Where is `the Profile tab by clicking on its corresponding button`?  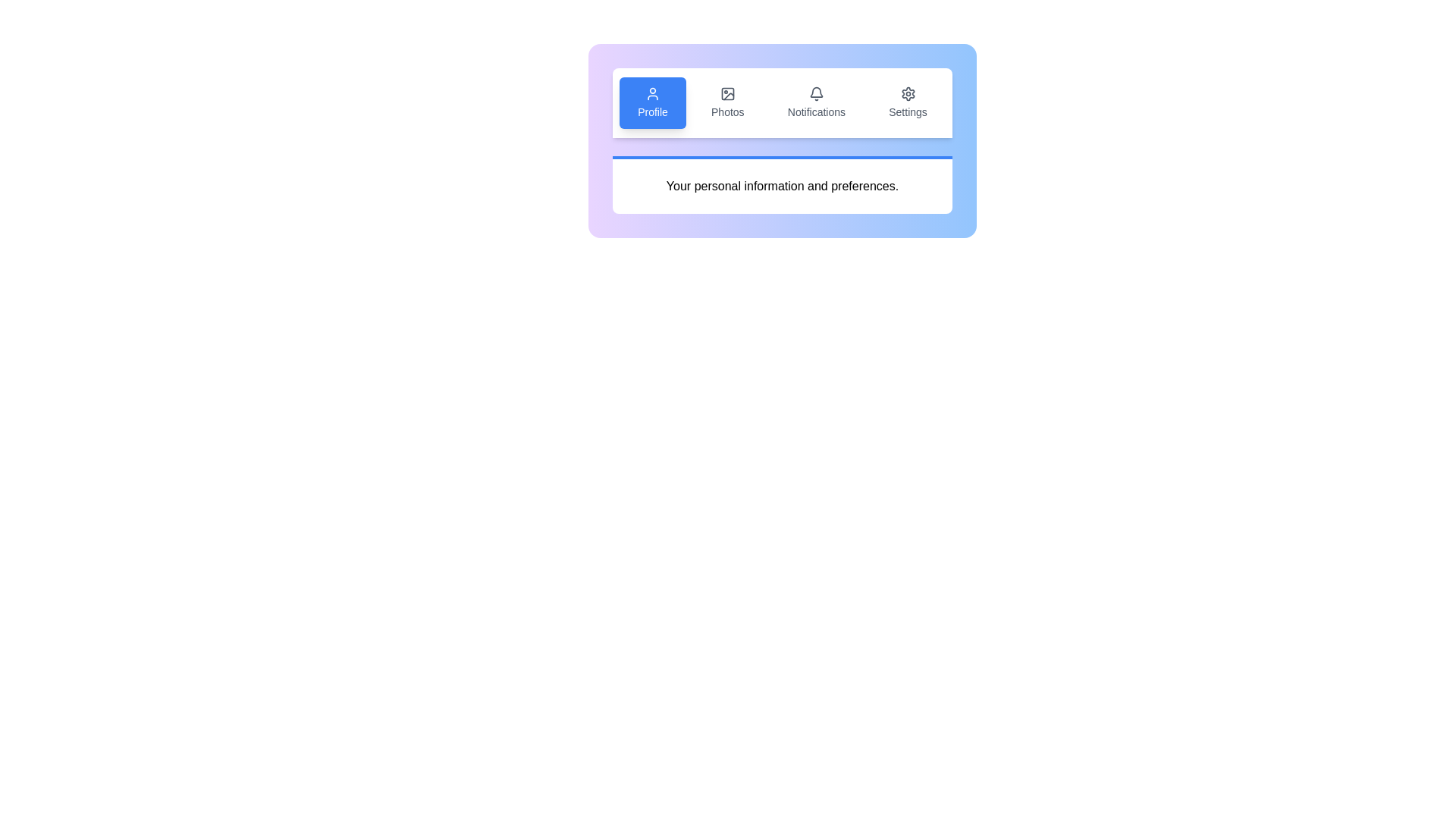 the Profile tab by clicking on its corresponding button is located at coordinates (652, 102).